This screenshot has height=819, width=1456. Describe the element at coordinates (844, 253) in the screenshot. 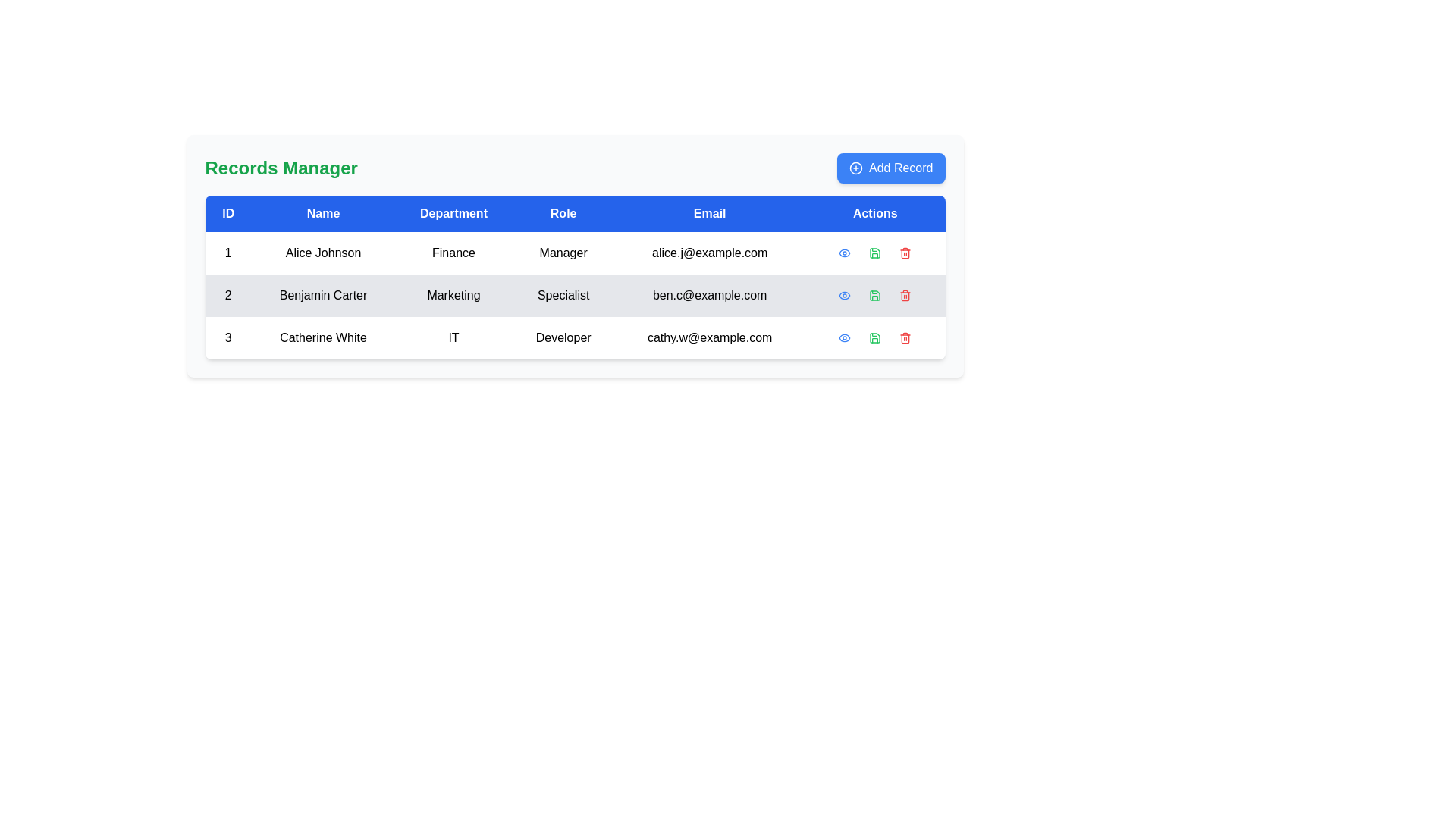

I see `the eye-shaped icon in the 'Actions' column of the second row` at that location.